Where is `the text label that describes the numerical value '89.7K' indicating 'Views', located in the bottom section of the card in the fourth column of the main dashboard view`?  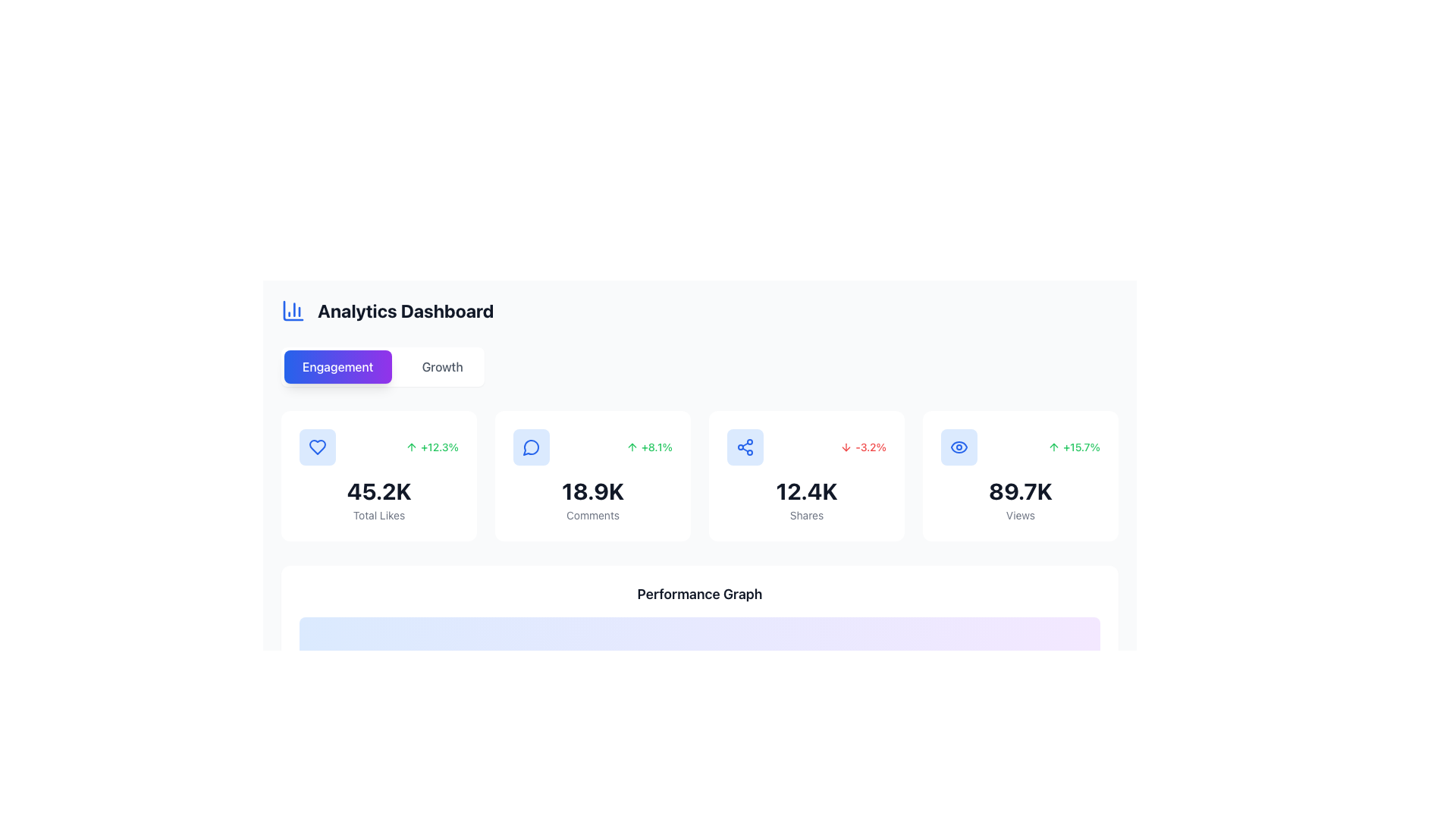 the text label that describes the numerical value '89.7K' indicating 'Views', located in the bottom section of the card in the fourth column of the main dashboard view is located at coordinates (1020, 514).